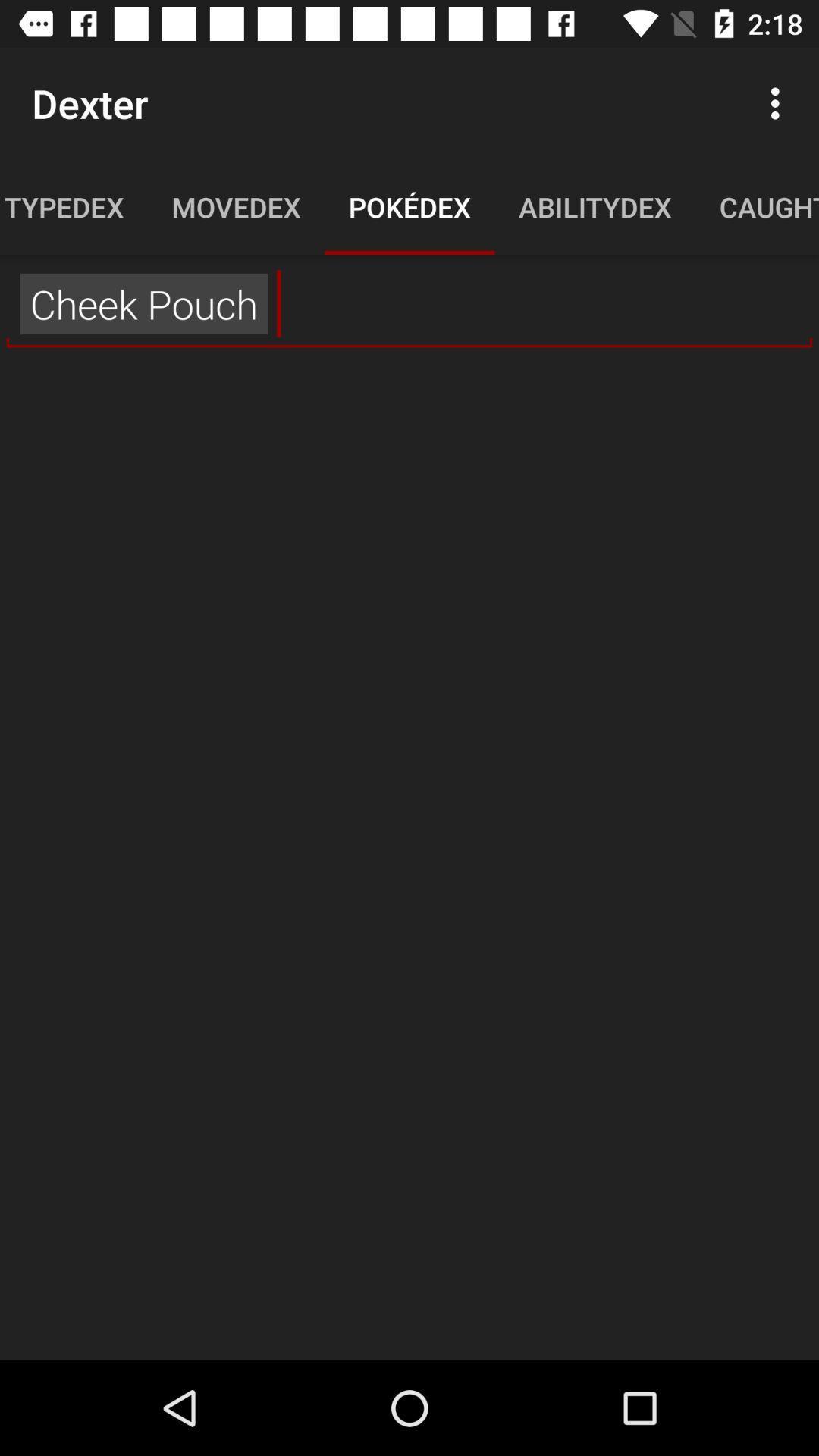 This screenshot has width=819, height=1456. I want to click on item to the right of dexter item, so click(779, 102).